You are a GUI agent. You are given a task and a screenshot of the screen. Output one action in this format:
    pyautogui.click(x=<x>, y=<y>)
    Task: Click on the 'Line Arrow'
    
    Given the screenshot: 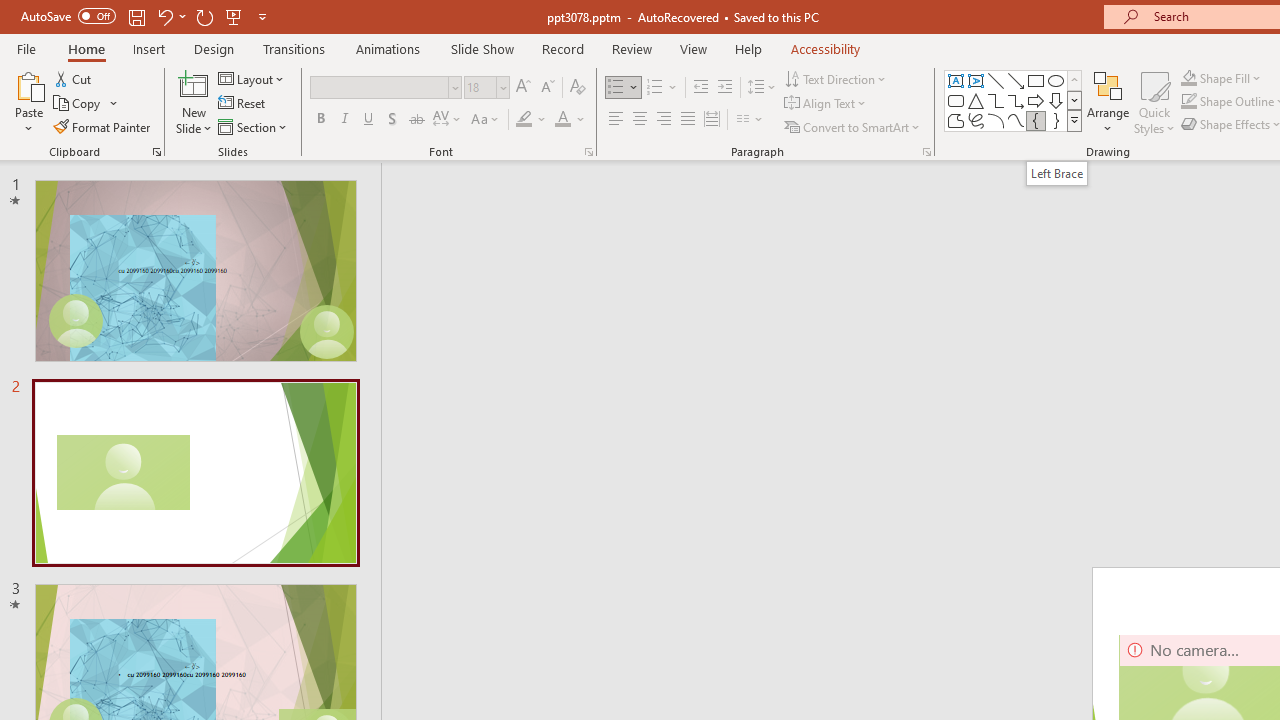 What is the action you would take?
    pyautogui.click(x=1016, y=80)
    